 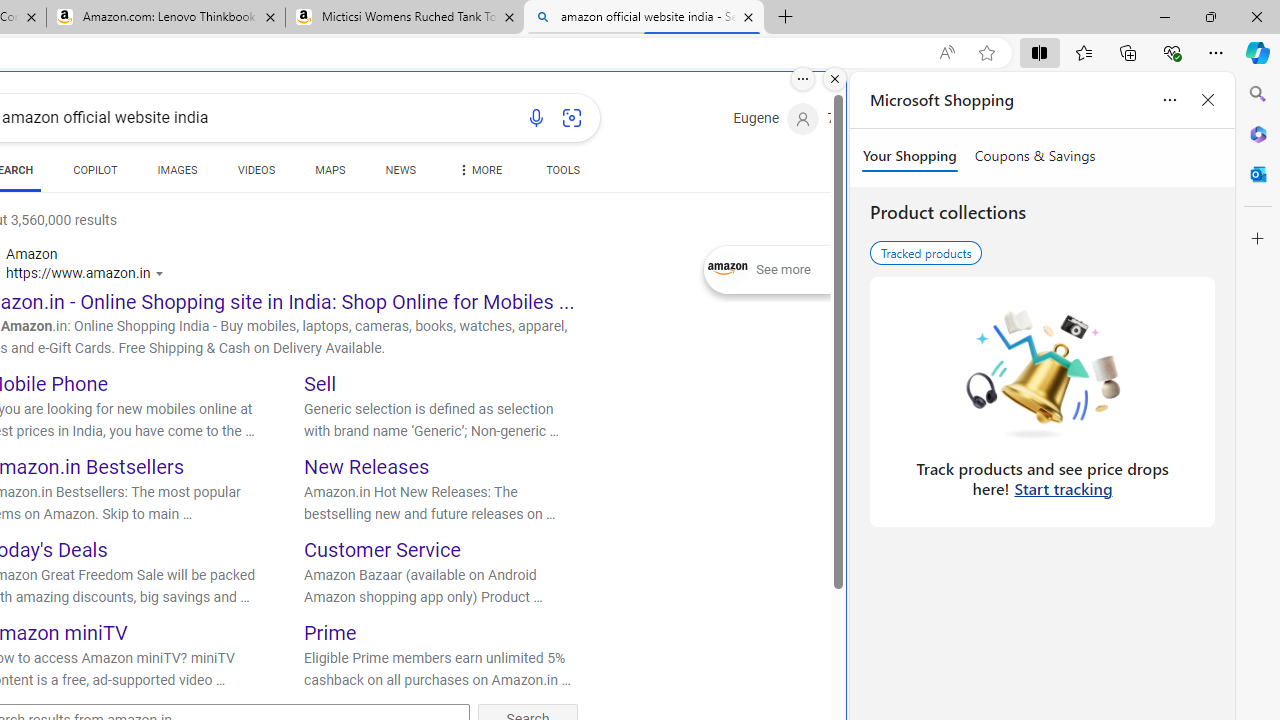 I want to click on 'Search using an image', so click(x=571, y=118).